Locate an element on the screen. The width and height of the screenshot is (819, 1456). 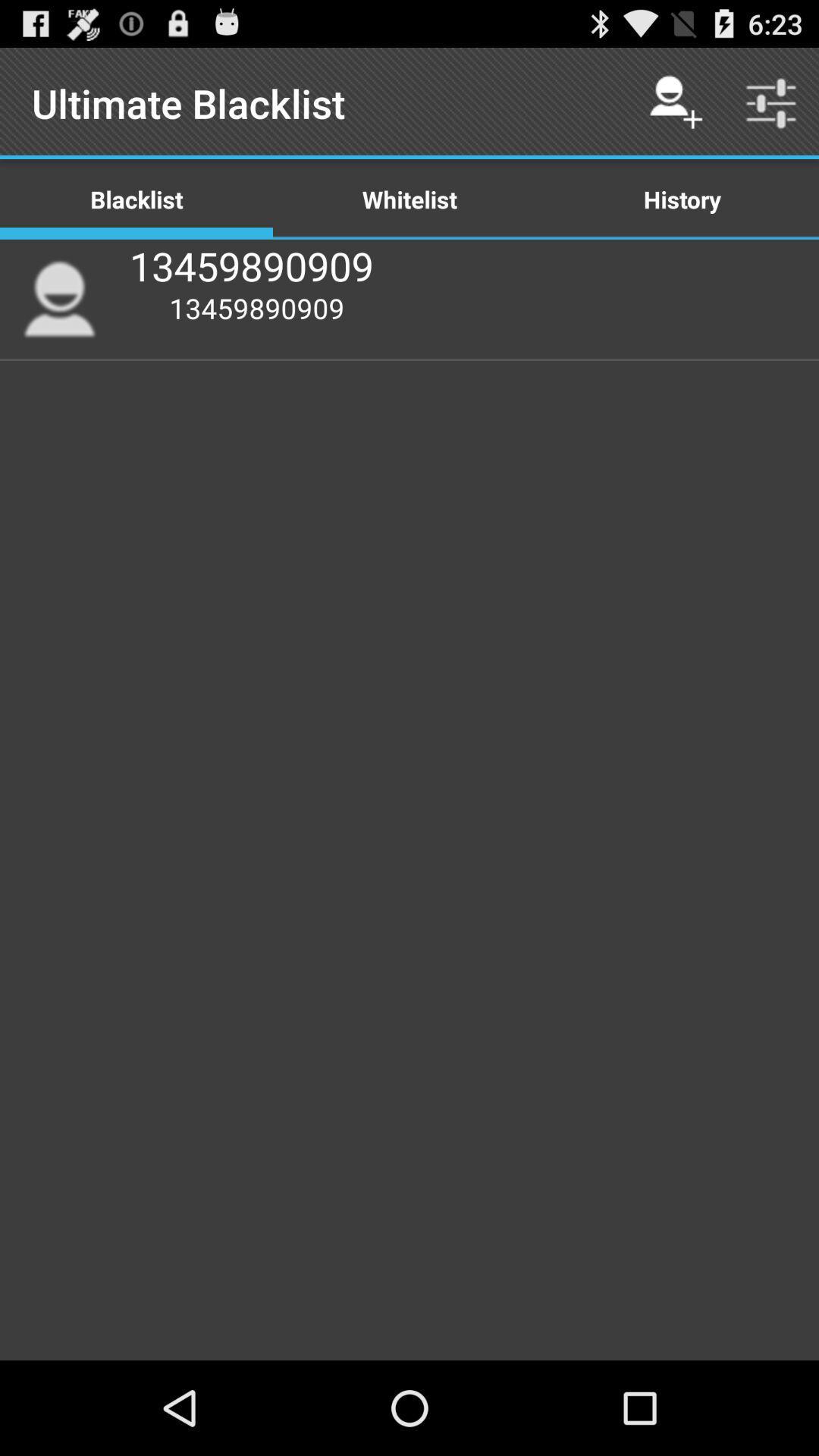
the icon next to 13459890909 item is located at coordinates (58, 299).